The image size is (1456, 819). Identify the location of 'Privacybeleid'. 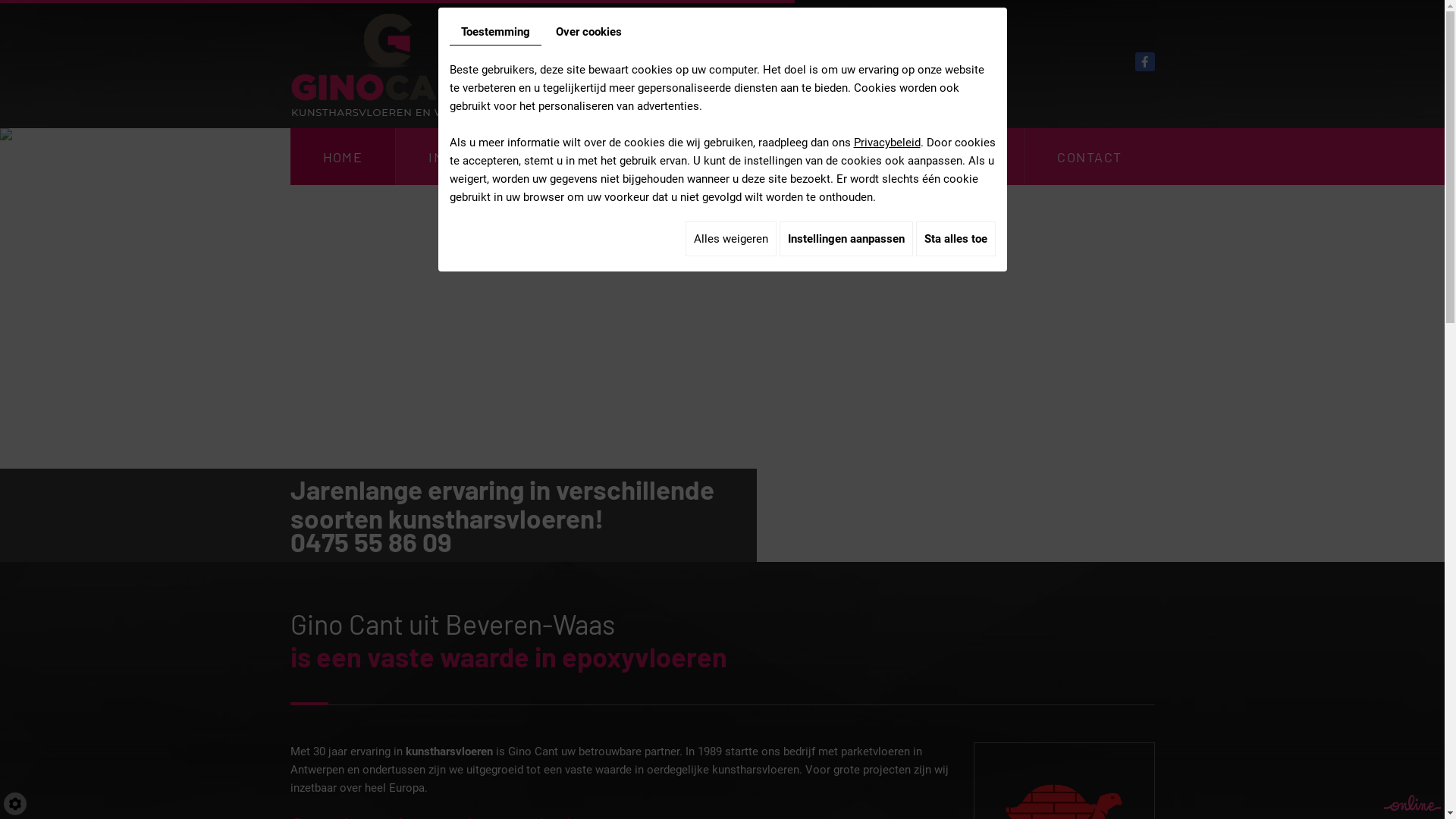
(887, 143).